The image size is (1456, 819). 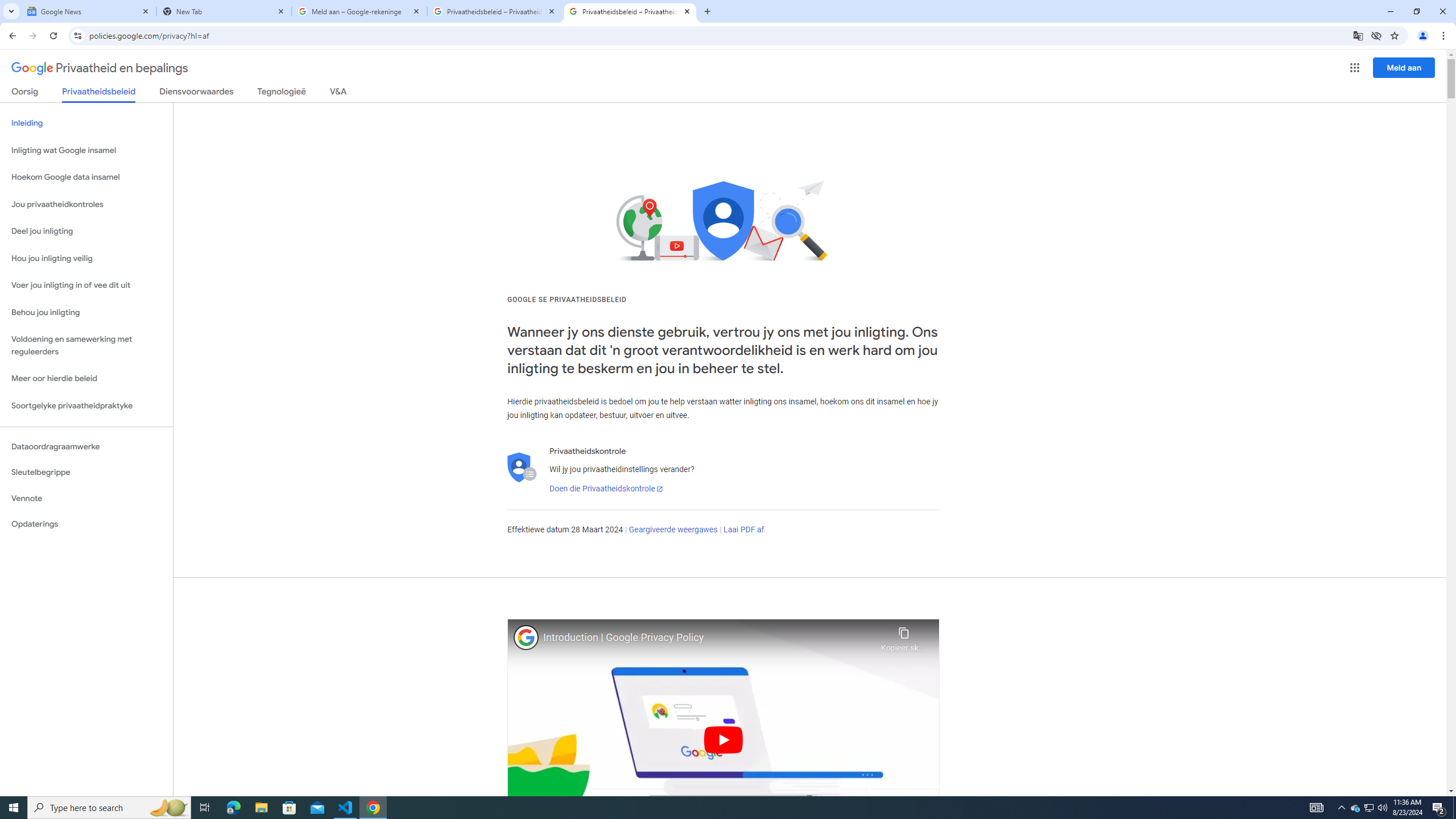 What do you see at coordinates (1393, 35) in the screenshot?
I see `'Bookmark this tab'` at bounding box center [1393, 35].